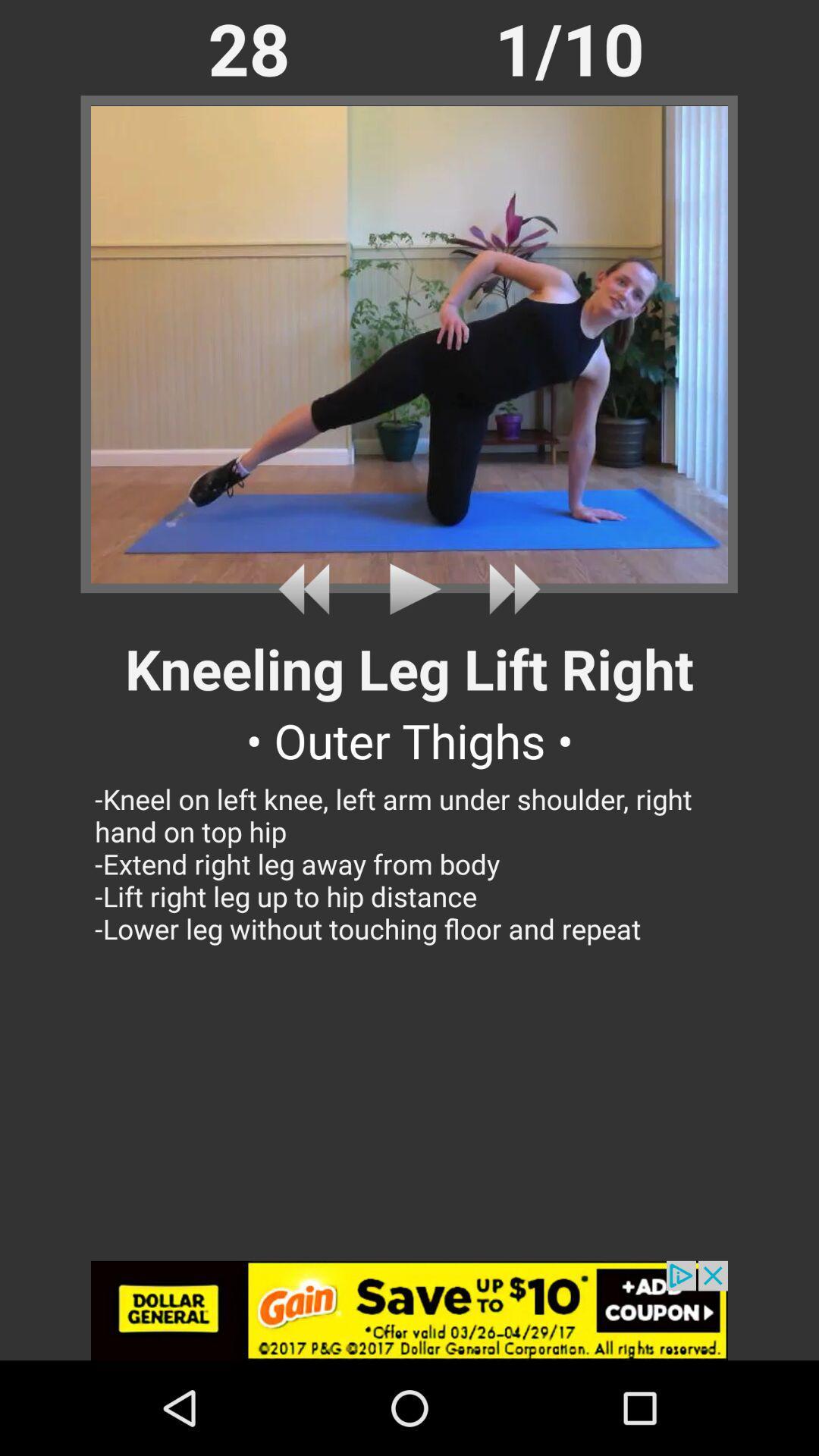 The width and height of the screenshot is (819, 1456). I want to click on click the play button, so click(409, 588).